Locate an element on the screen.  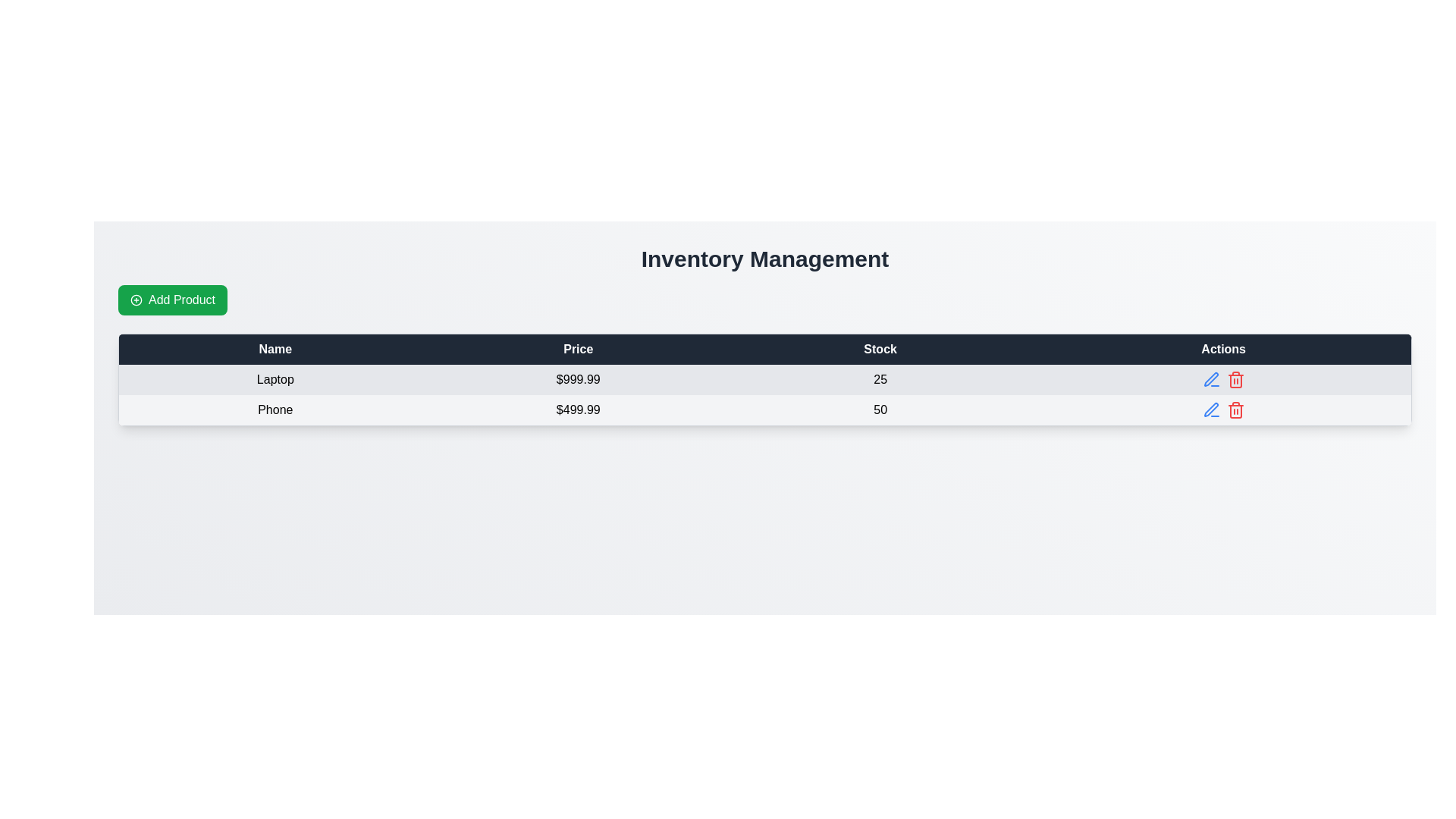
the text label element displaying the price '$499.99' for the product 'Phone' in the second row of the table under the 'Price' column is located at coordinates (577, 410).